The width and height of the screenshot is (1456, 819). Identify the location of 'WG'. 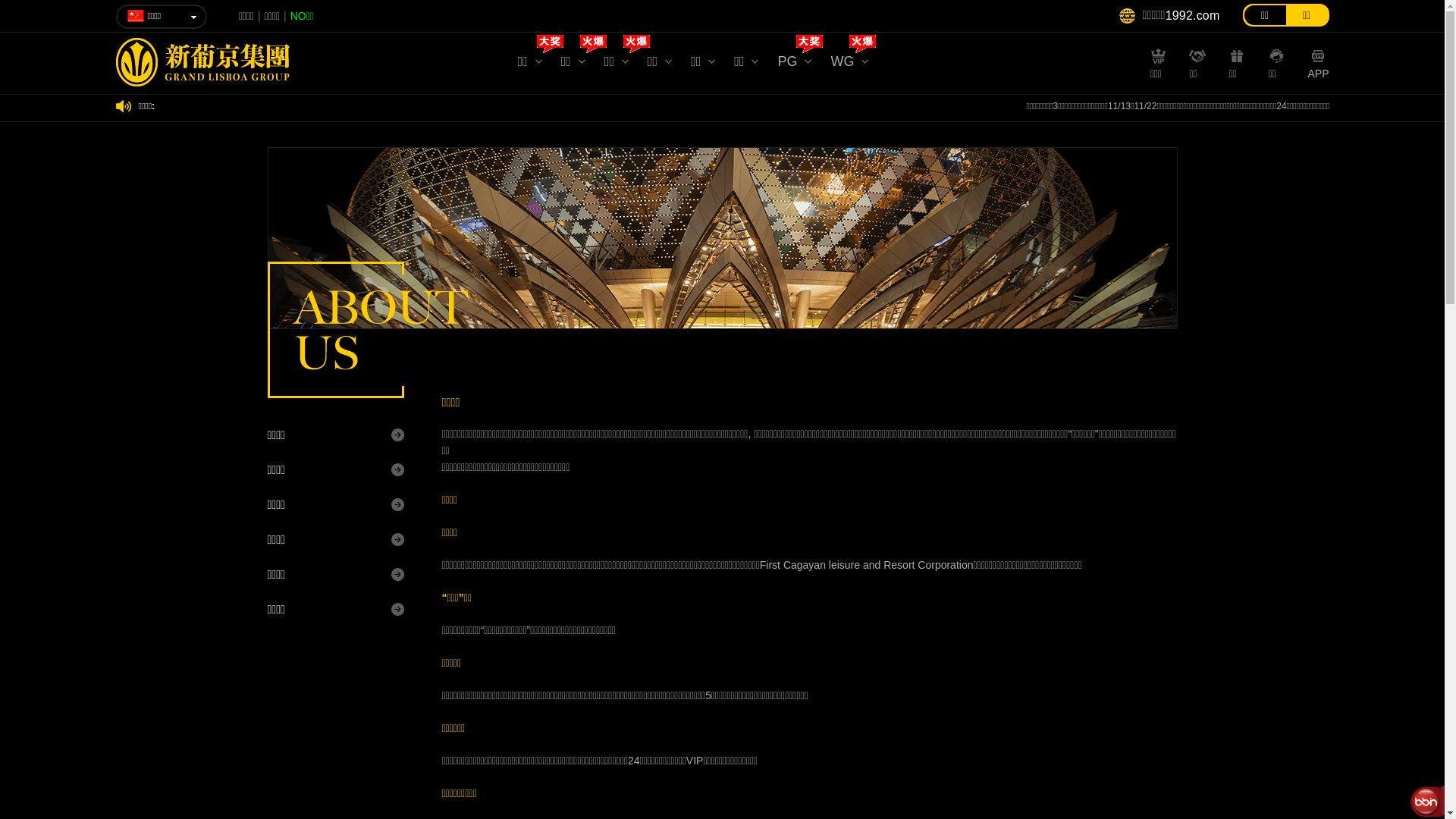
(829, 64).